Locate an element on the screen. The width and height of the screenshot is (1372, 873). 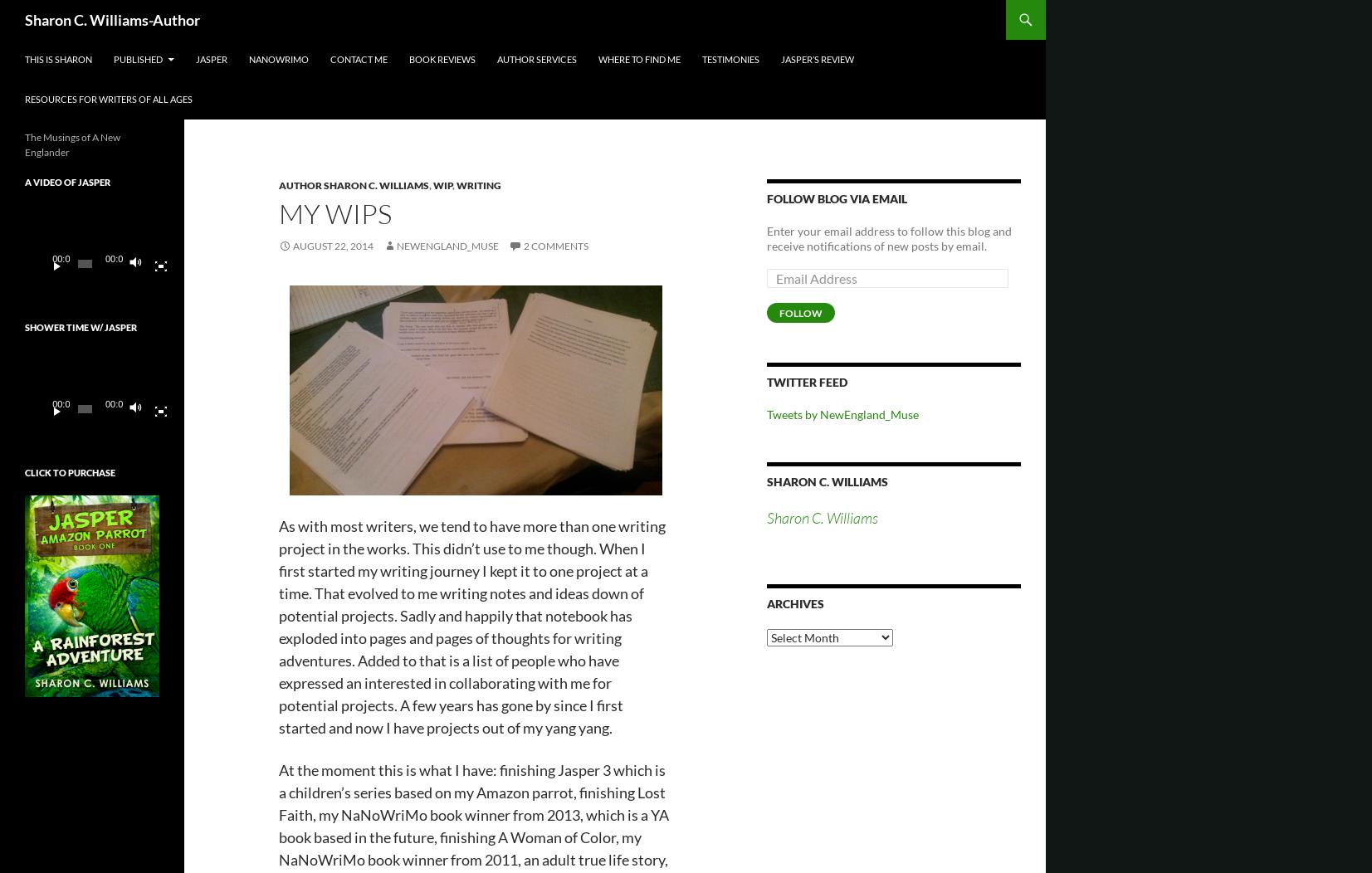
'Click to purchase' is located at coordinates (69, 472).